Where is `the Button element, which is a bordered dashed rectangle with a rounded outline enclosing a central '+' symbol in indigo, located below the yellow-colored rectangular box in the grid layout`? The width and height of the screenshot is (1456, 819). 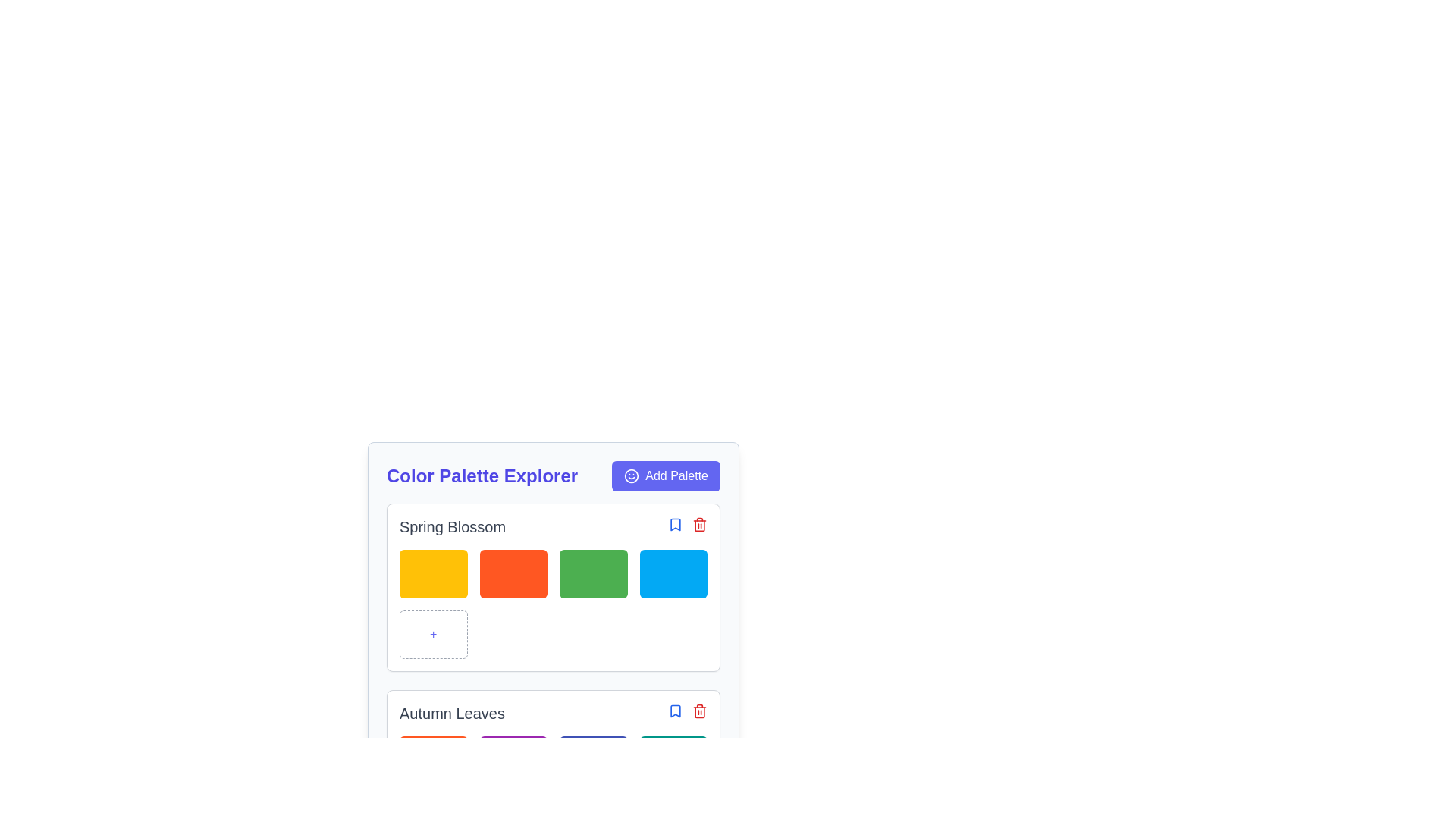 the Button element, which is a bordered dashed rectangle with a rounded outline enclosing a central '+' symbol in indigo, located below the yellow-colored rectangular box in the grid layout is located at coordinates (432, 635).